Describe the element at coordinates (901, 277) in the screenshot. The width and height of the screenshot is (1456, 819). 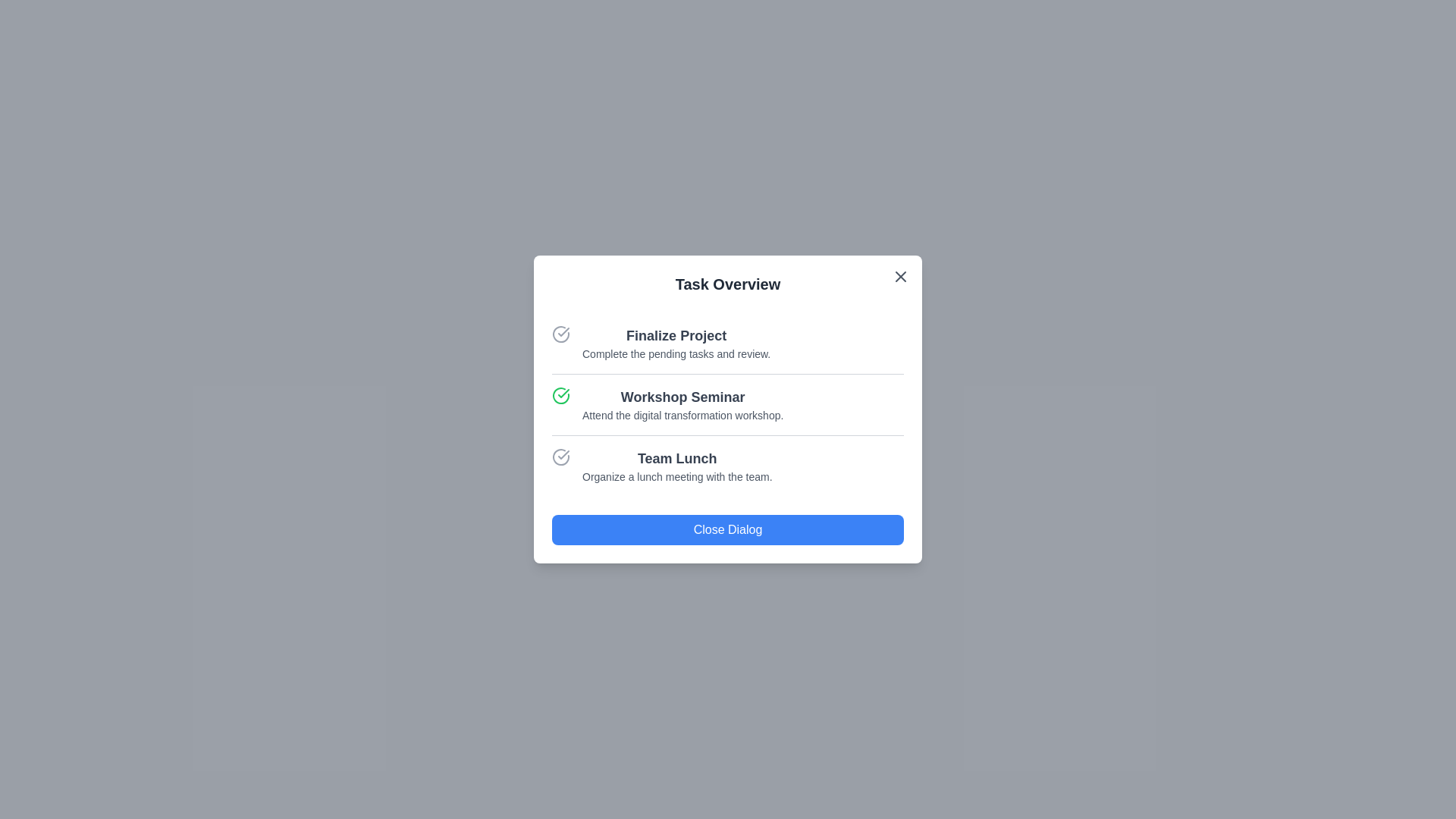
I see `the close button to close the dialog` at that location.